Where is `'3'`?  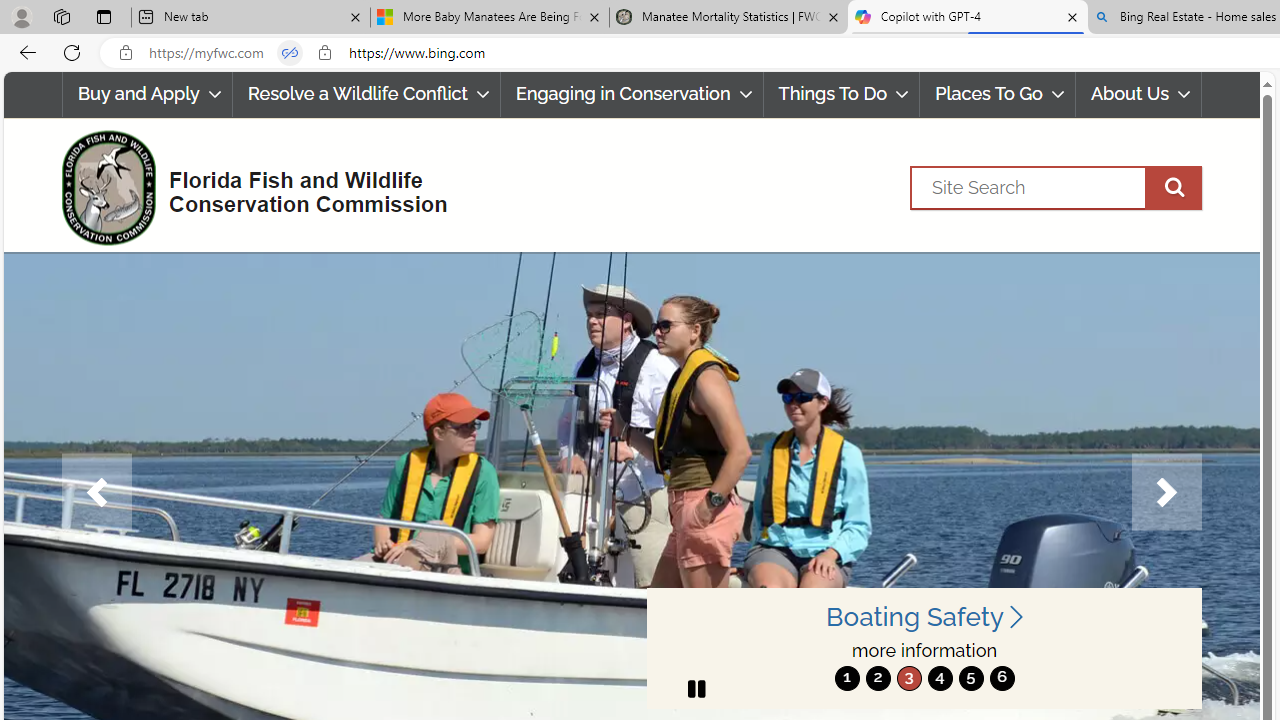 '3' is located at coordinates (907, 677).